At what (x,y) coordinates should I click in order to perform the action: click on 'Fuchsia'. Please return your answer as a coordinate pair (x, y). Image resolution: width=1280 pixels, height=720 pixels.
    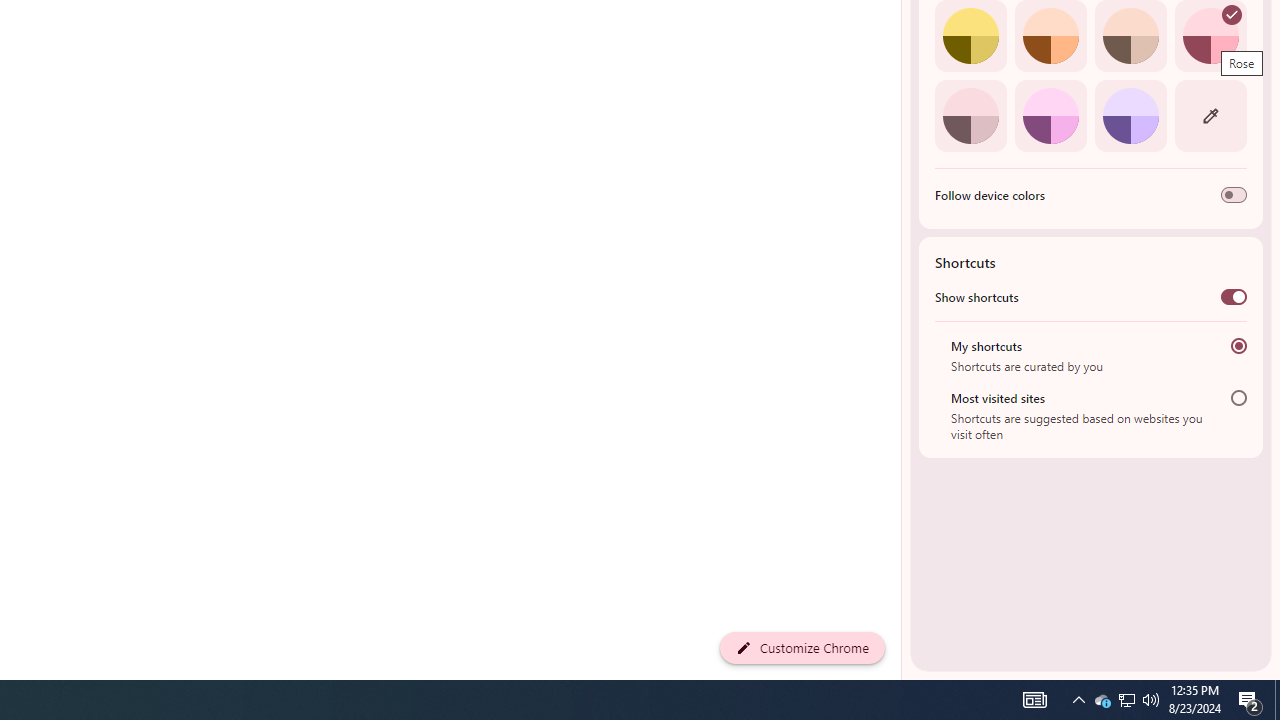
    Looking at the image, I should click on (1049, 115).